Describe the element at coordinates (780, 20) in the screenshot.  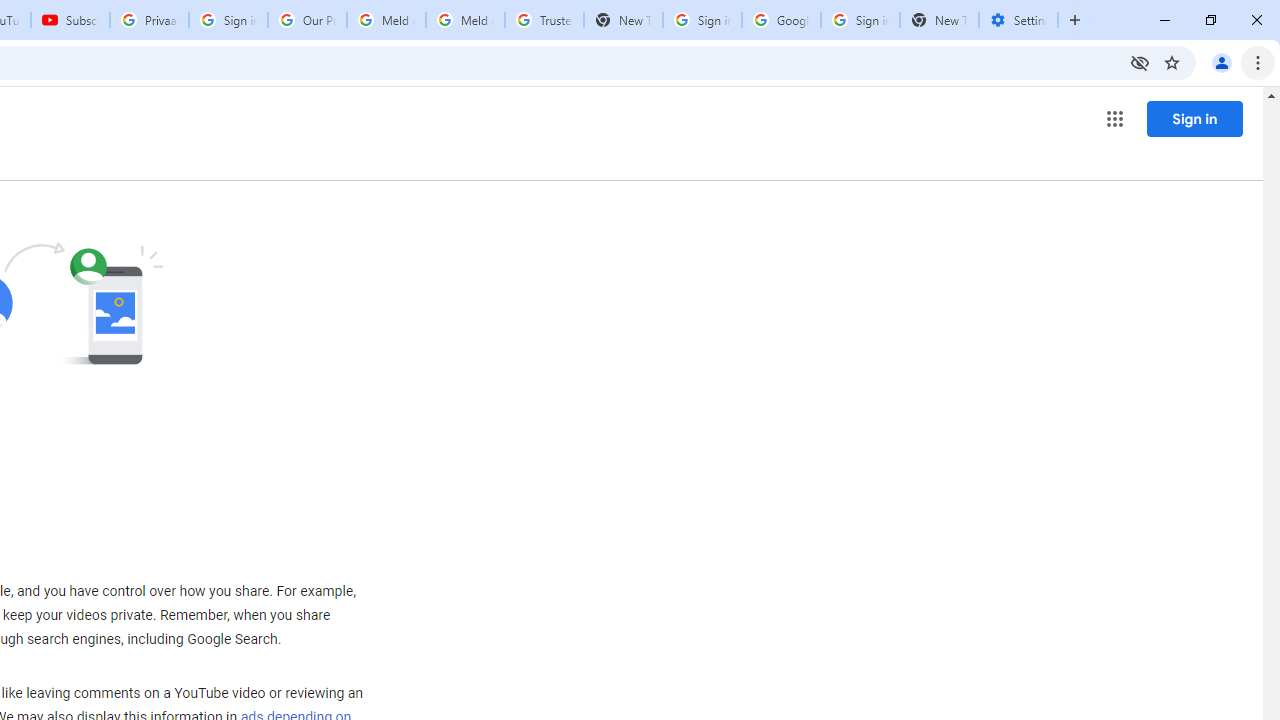
I see `'Google Cybersecurity Innovations - Google Safety Center'` at that location.